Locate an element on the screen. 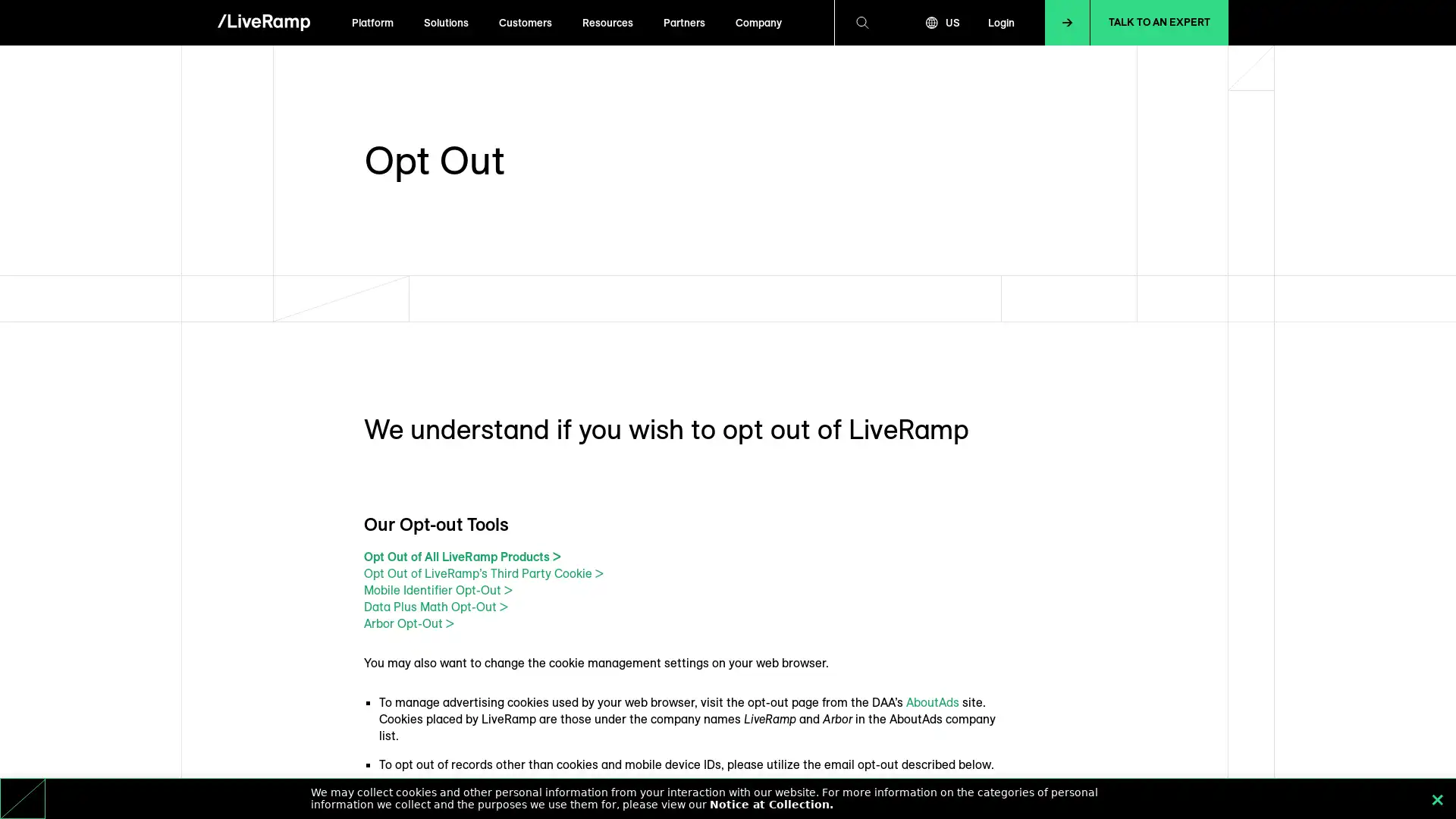  Notice at Collection. is located at coordinates (771, 803).